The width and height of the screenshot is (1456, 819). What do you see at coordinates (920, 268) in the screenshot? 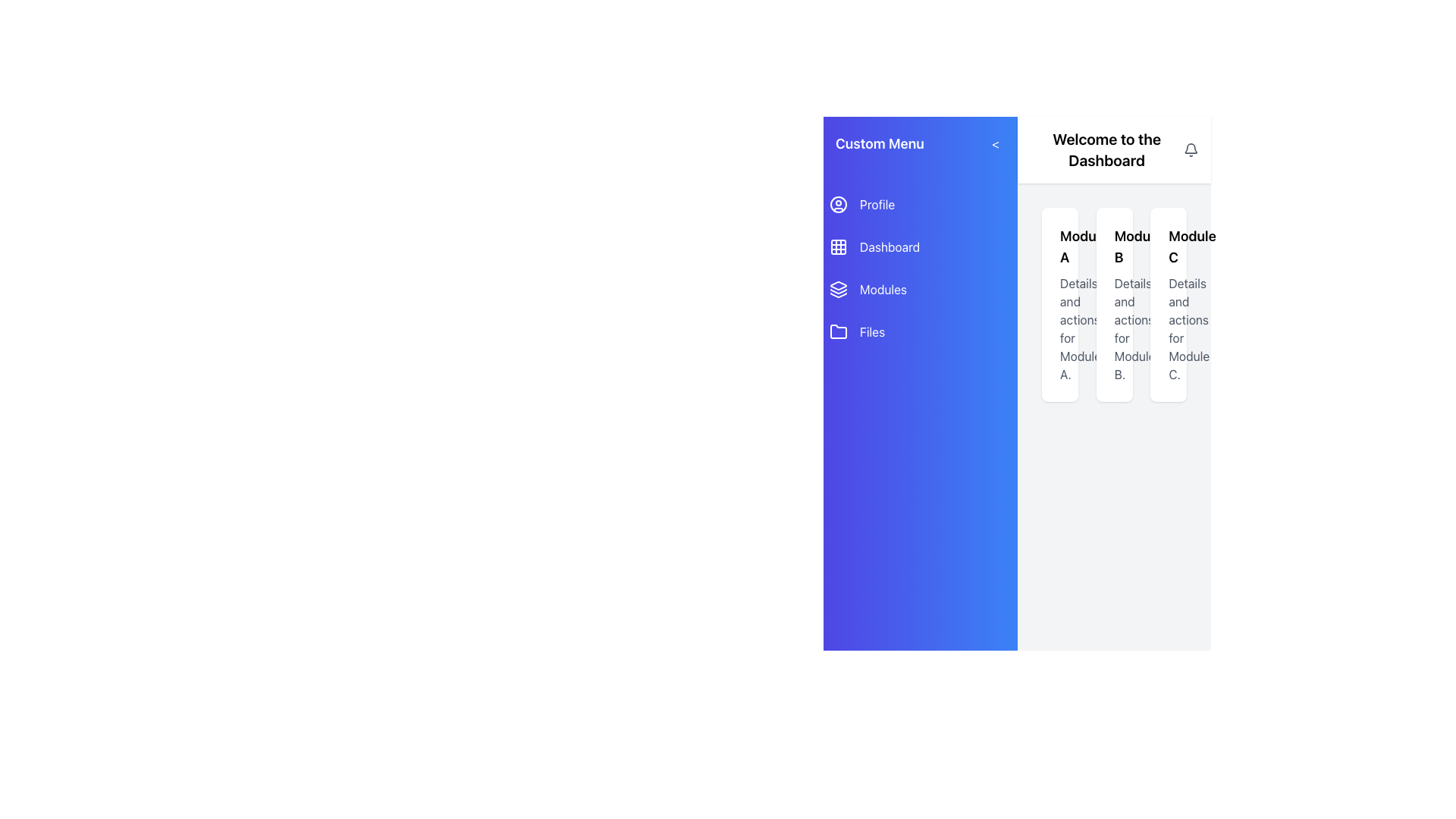
I see `the 'Dashboard' menu item in the vertical menu section on the left panel` at bounding box center [920, 268].